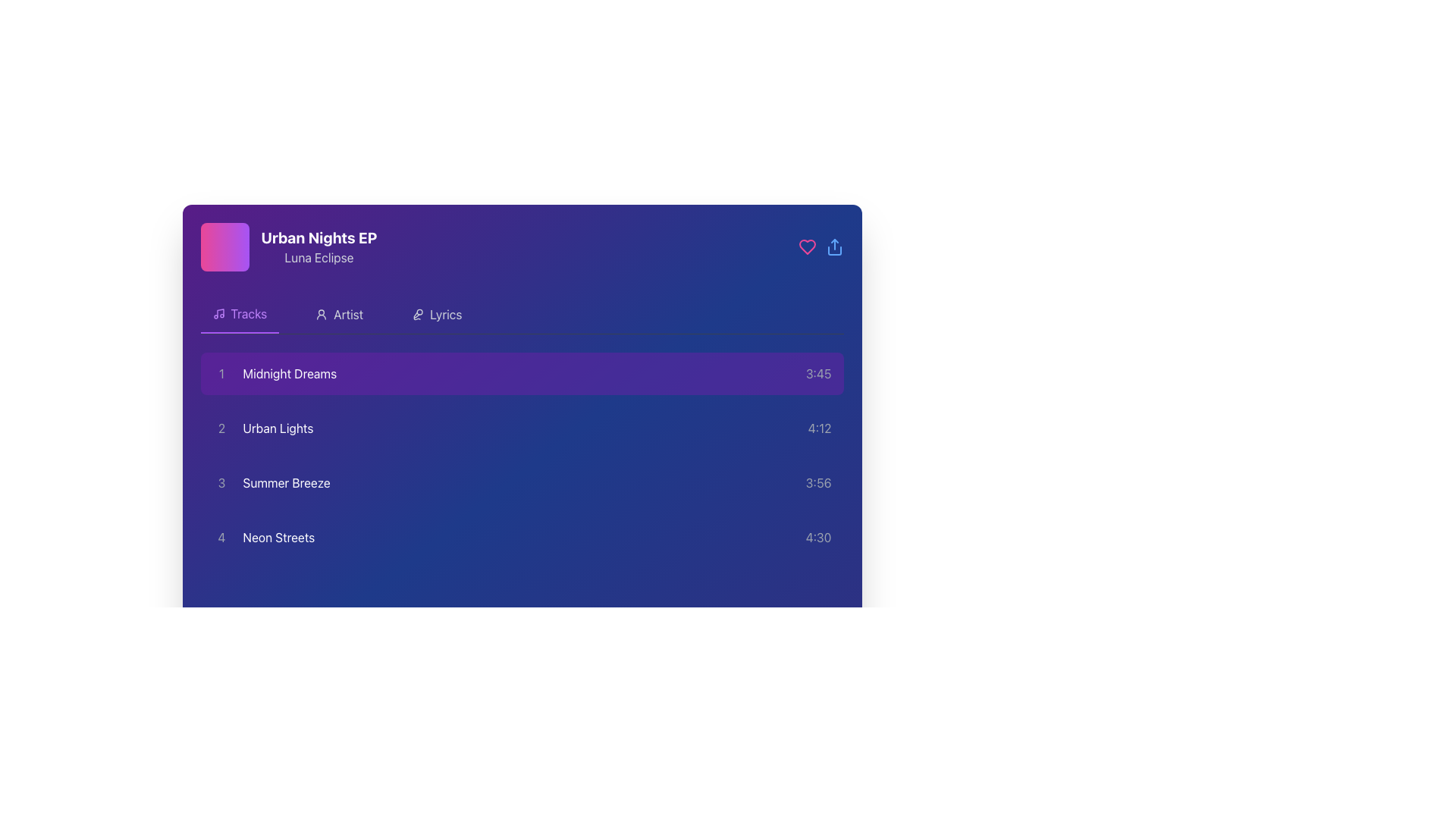 The height and width of the screenshot is (819, 1456). Describe the element at coordinates (338, 314) in the screenshot. I see `the 'Artist' button, which is the second button in a horizontal navigation bar featuring a user silhouette icon and a hover effect that changes its color` at that location.